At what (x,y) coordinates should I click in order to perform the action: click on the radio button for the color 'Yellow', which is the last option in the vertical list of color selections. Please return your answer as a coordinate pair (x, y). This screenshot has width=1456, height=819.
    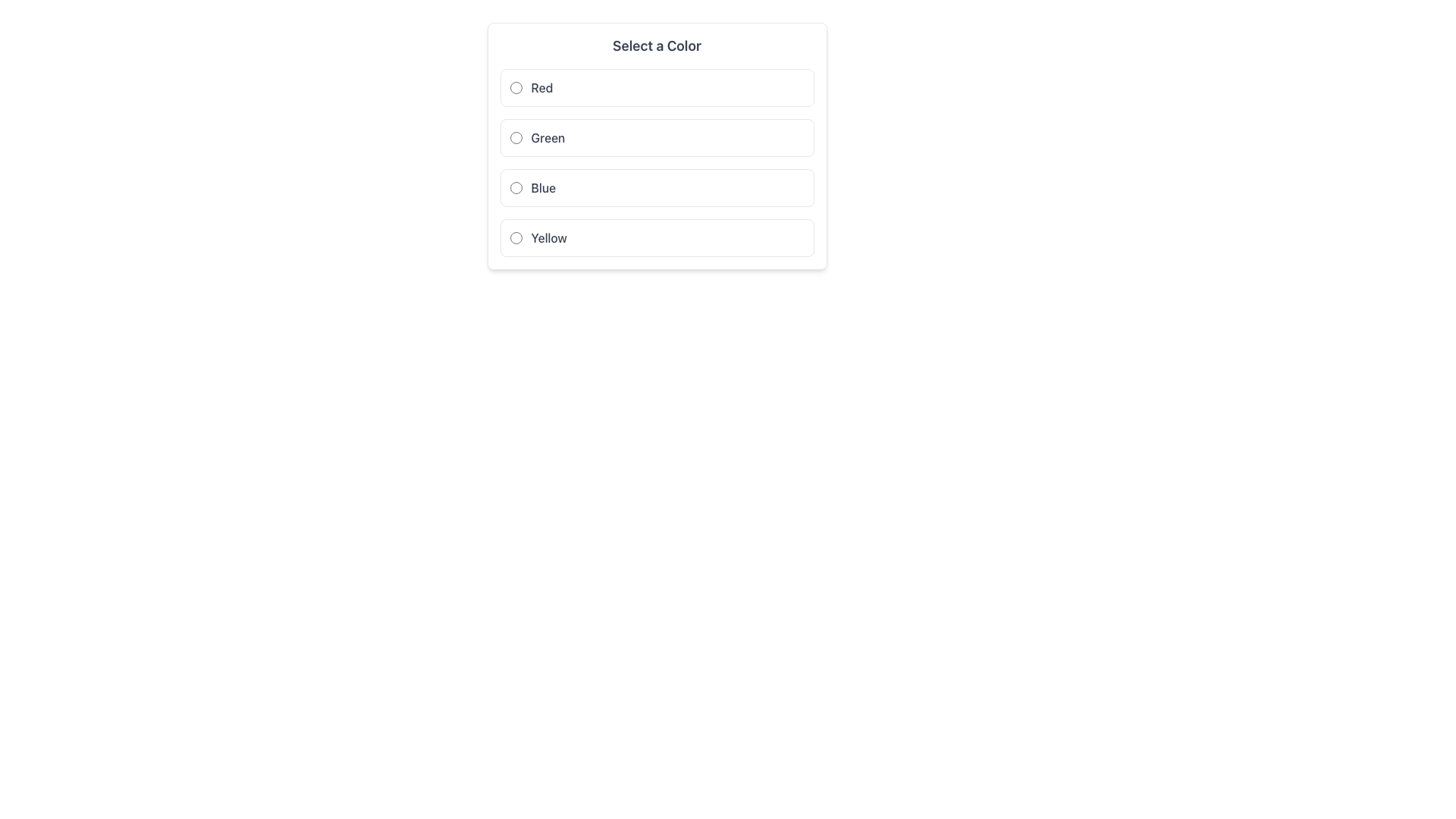
    Looking at the image, I should click on (657, 237).